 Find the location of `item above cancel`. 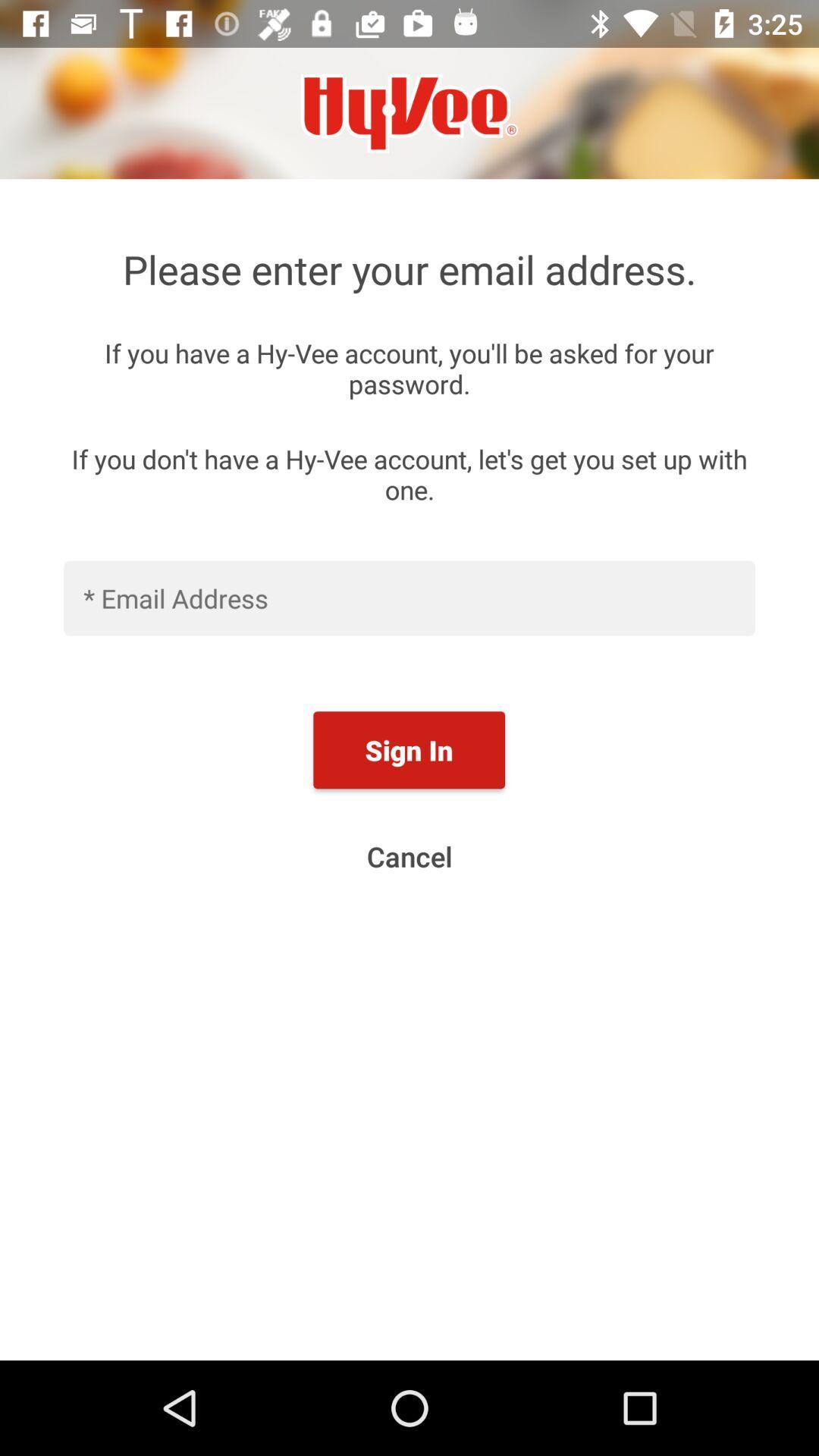

item above cancel is located at coordinates (408, 750).